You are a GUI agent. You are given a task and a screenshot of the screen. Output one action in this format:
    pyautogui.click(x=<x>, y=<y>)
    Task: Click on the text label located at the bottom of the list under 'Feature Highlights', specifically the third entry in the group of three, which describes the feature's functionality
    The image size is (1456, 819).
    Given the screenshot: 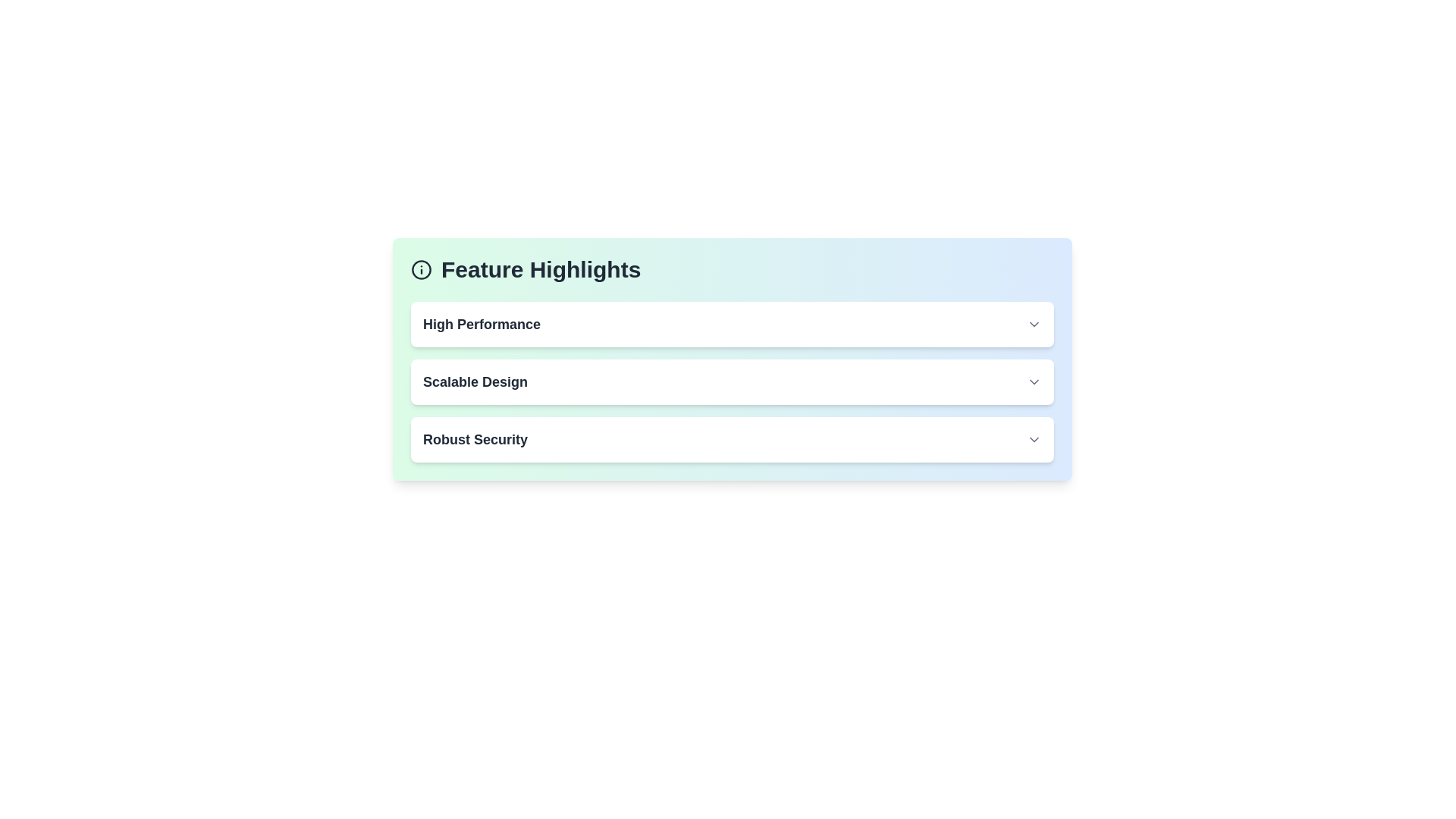 What is the action you would take?
    pyautogui.click(x=475, y=439)
    